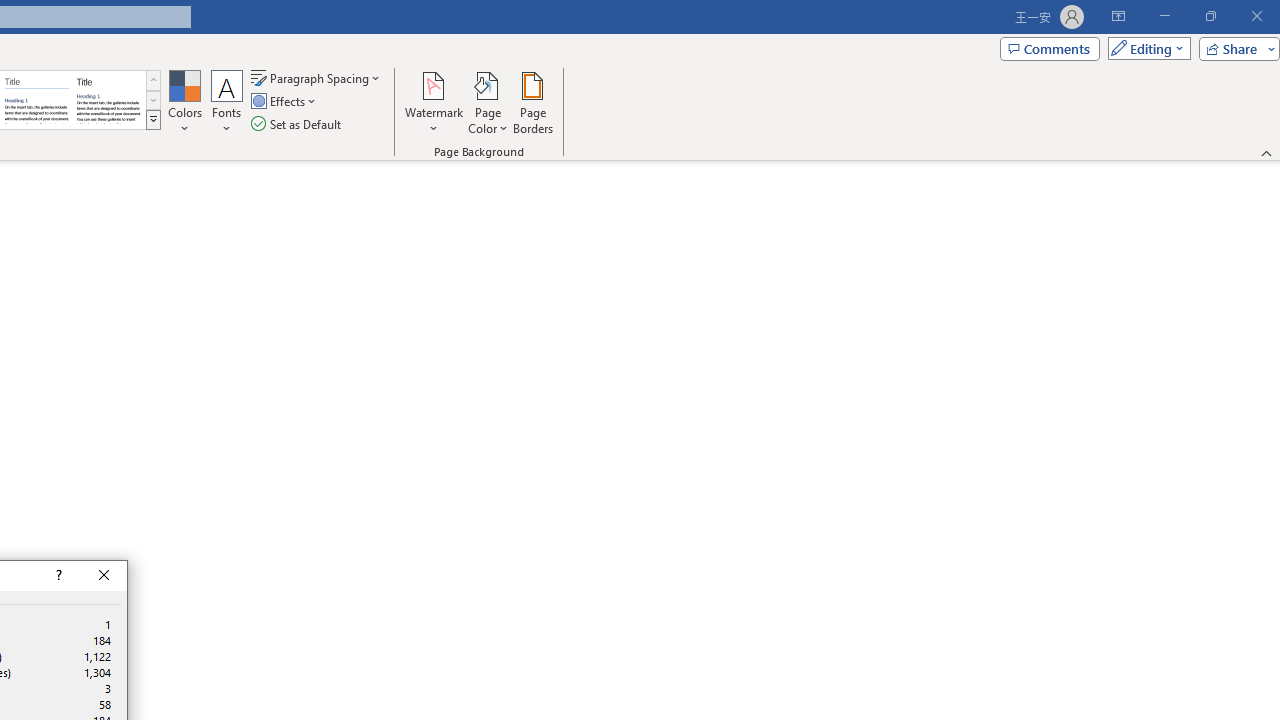 Image resolution: width=1280 pixels, height=720 pixels. What do you see at coordinates (433, 103) in the screenshot?
I see `'Watermark'` at bounding box center [433, 103].